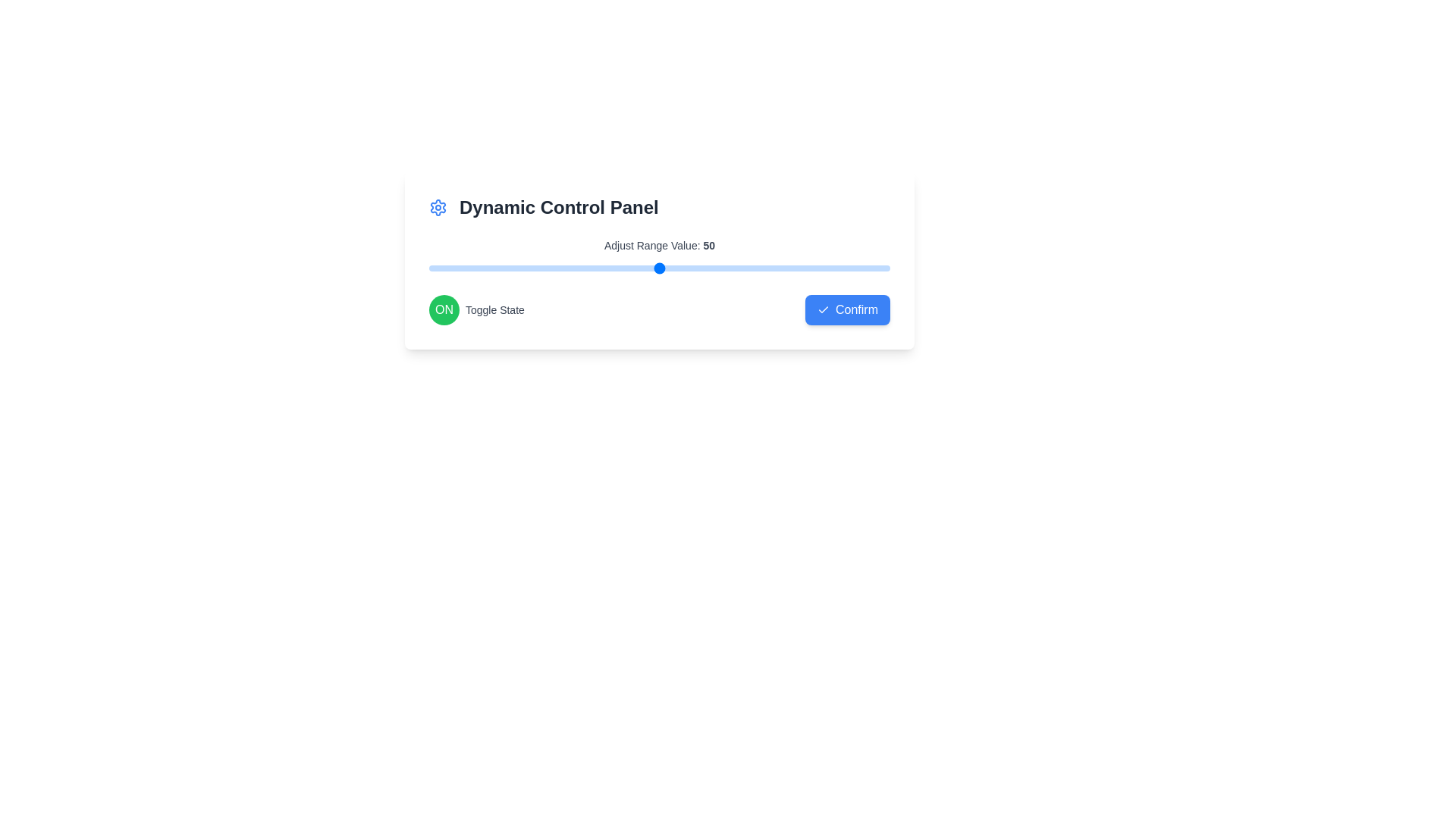 Image resolution: width=1456 pixels, height=819 pixels. What do you see at coordinates (708, 245) in the screenshot?
I see `the Text label displaying the current value associated with the slider element, which shows 'Adjust Range Value: 50'` at bounding box center [708, 245].